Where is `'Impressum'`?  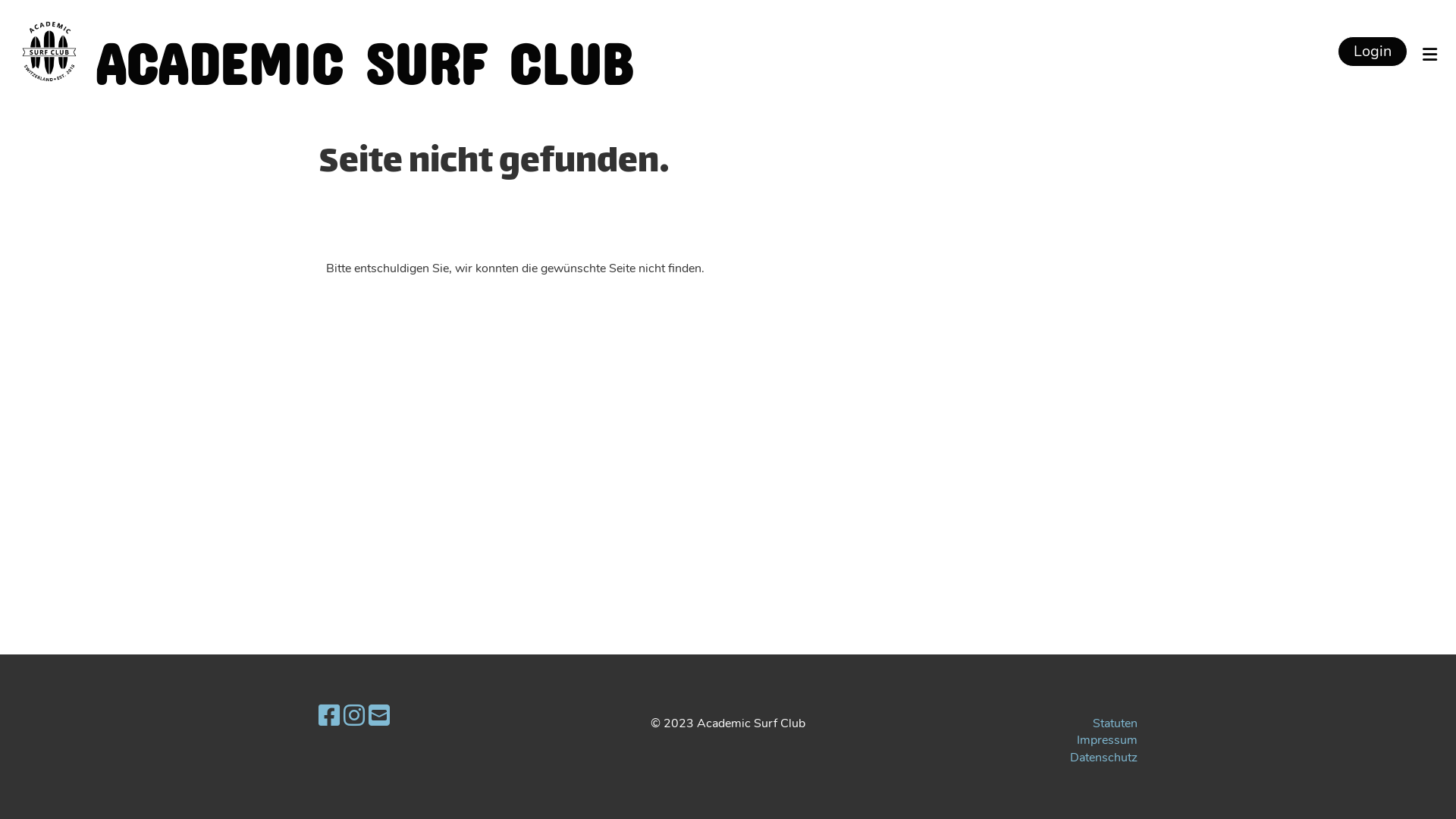
'Impressum' is located at coordinates (1106, 739).